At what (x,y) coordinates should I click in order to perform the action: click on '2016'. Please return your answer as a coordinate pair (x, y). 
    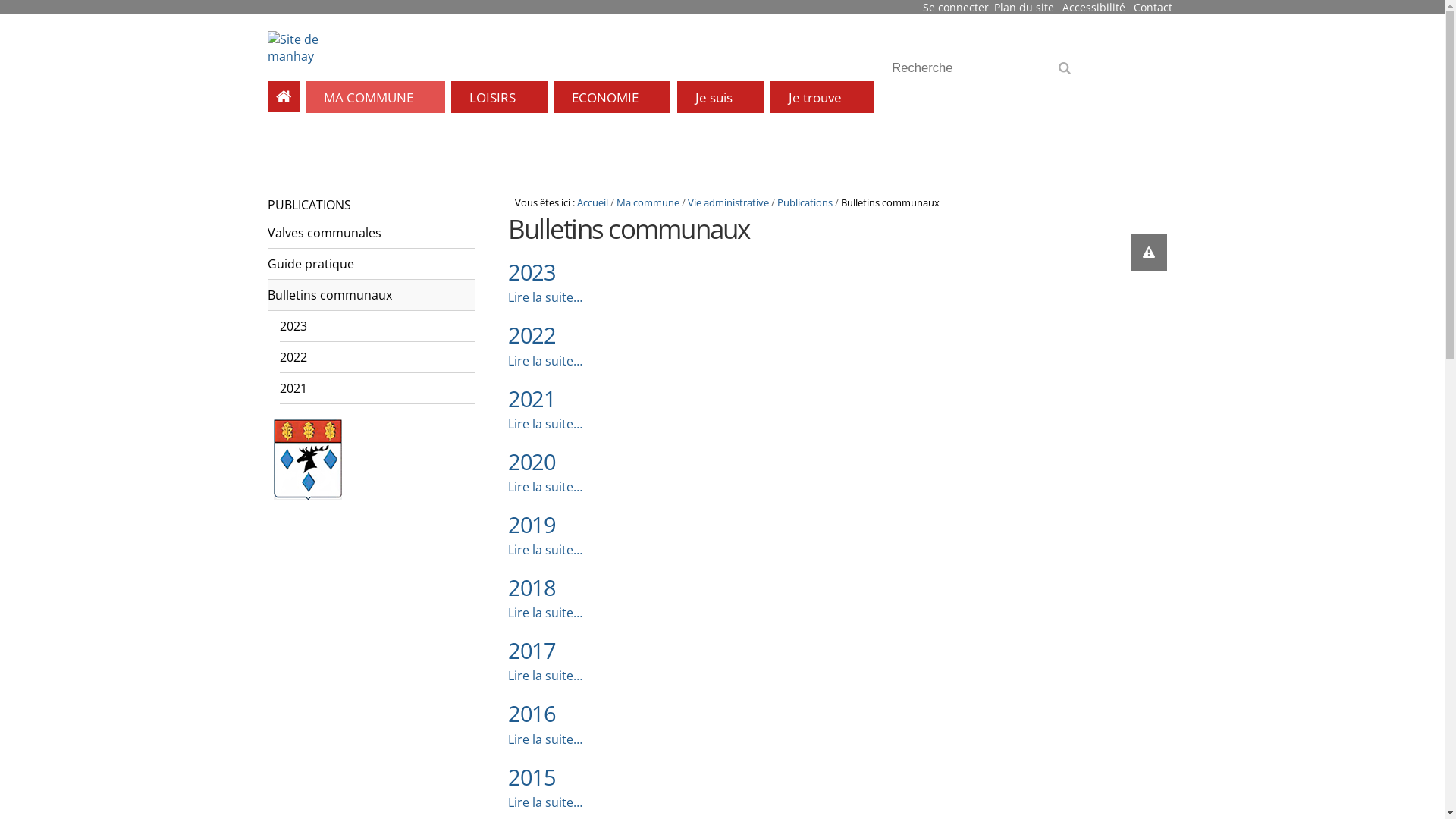
    Looking at the image, I should click on (531, 713).